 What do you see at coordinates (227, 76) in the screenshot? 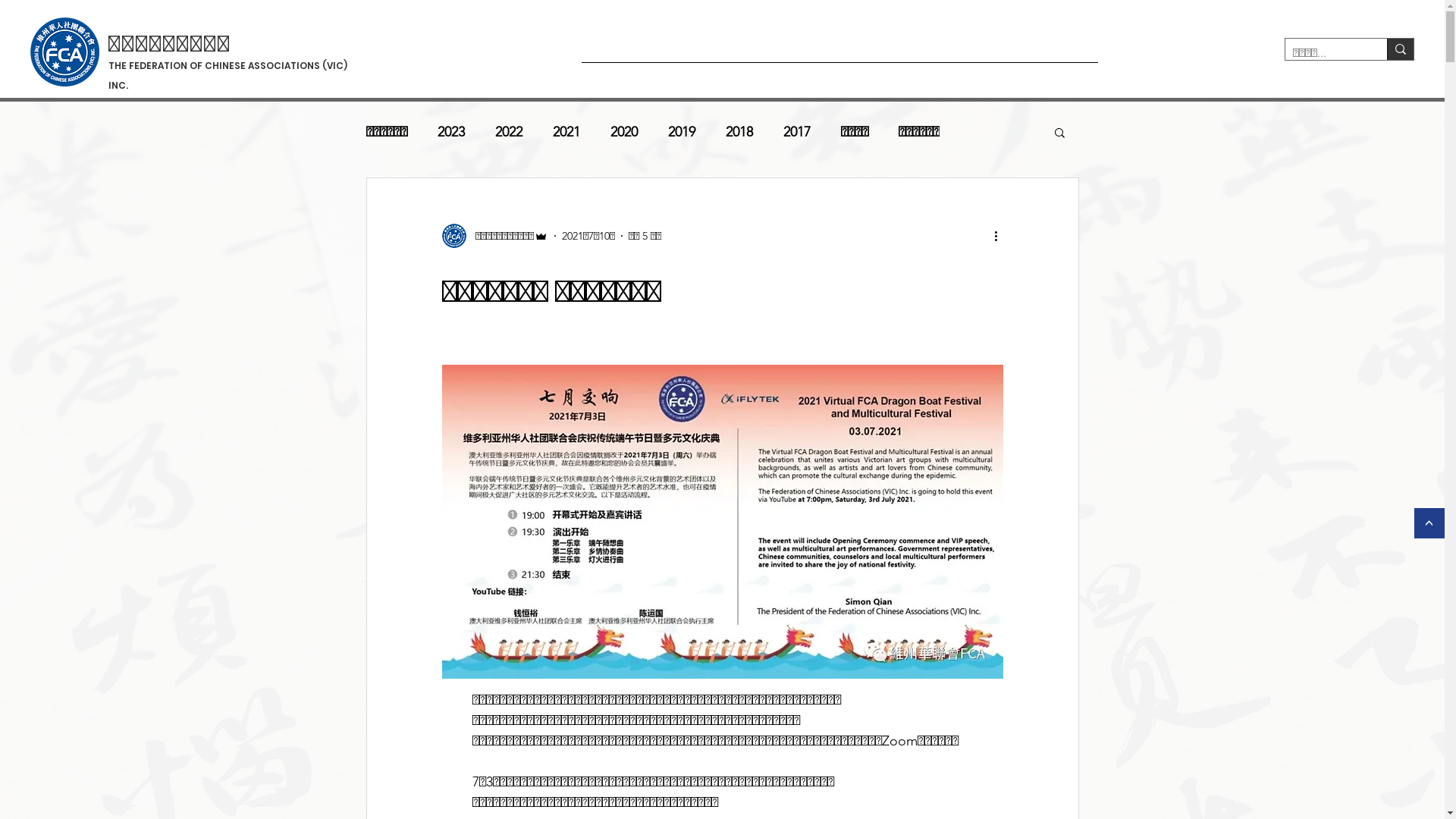
I see `'THE FEDERATION OF CHINESE ASSOCIATIONS (VIC) INC.'` at bounding box center [227, 76].